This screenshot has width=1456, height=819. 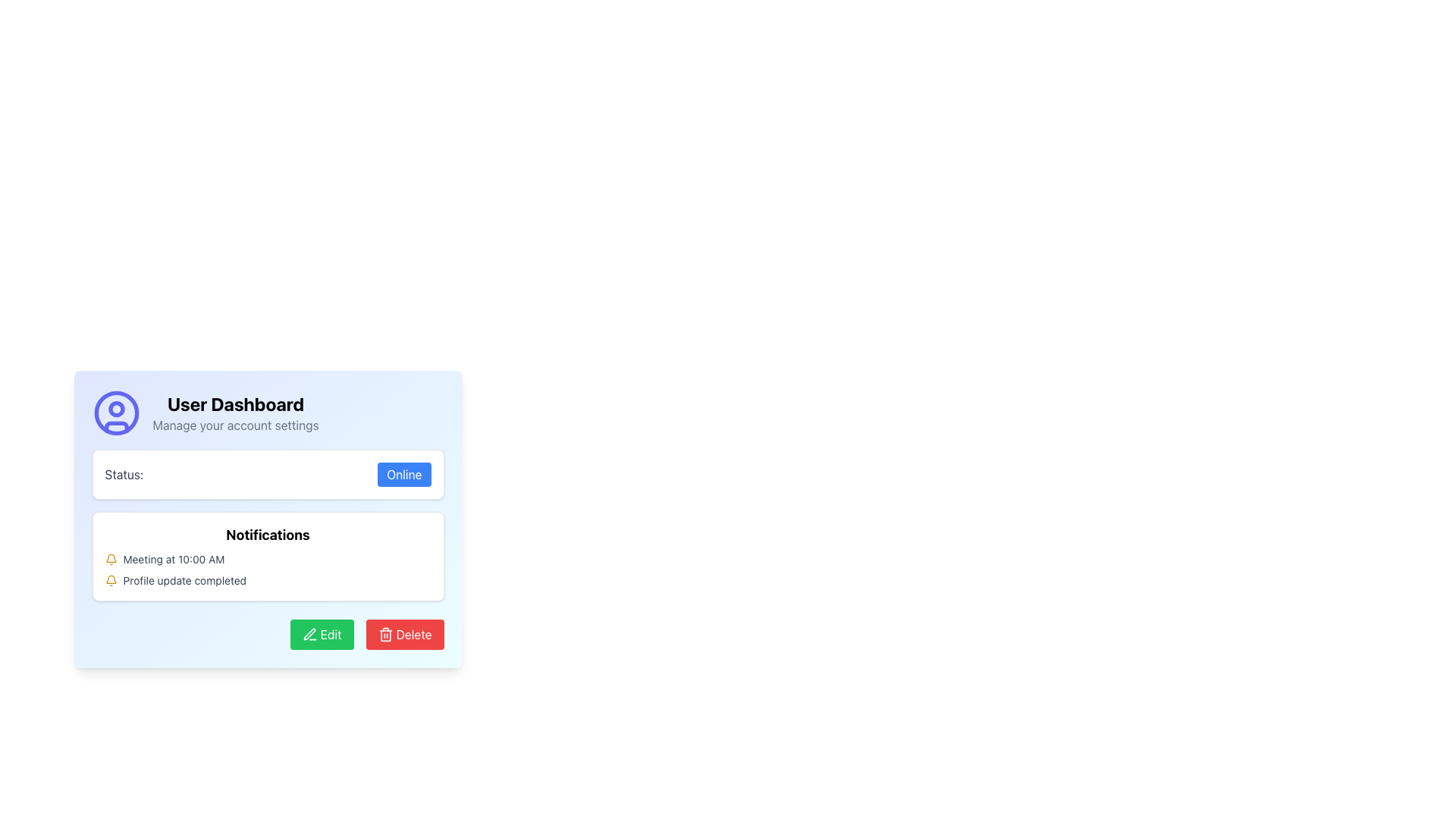 I want to click on stylized icon representation located within the user profile badge at the top-left corner of the dashboard, so click(x=115, y=427).